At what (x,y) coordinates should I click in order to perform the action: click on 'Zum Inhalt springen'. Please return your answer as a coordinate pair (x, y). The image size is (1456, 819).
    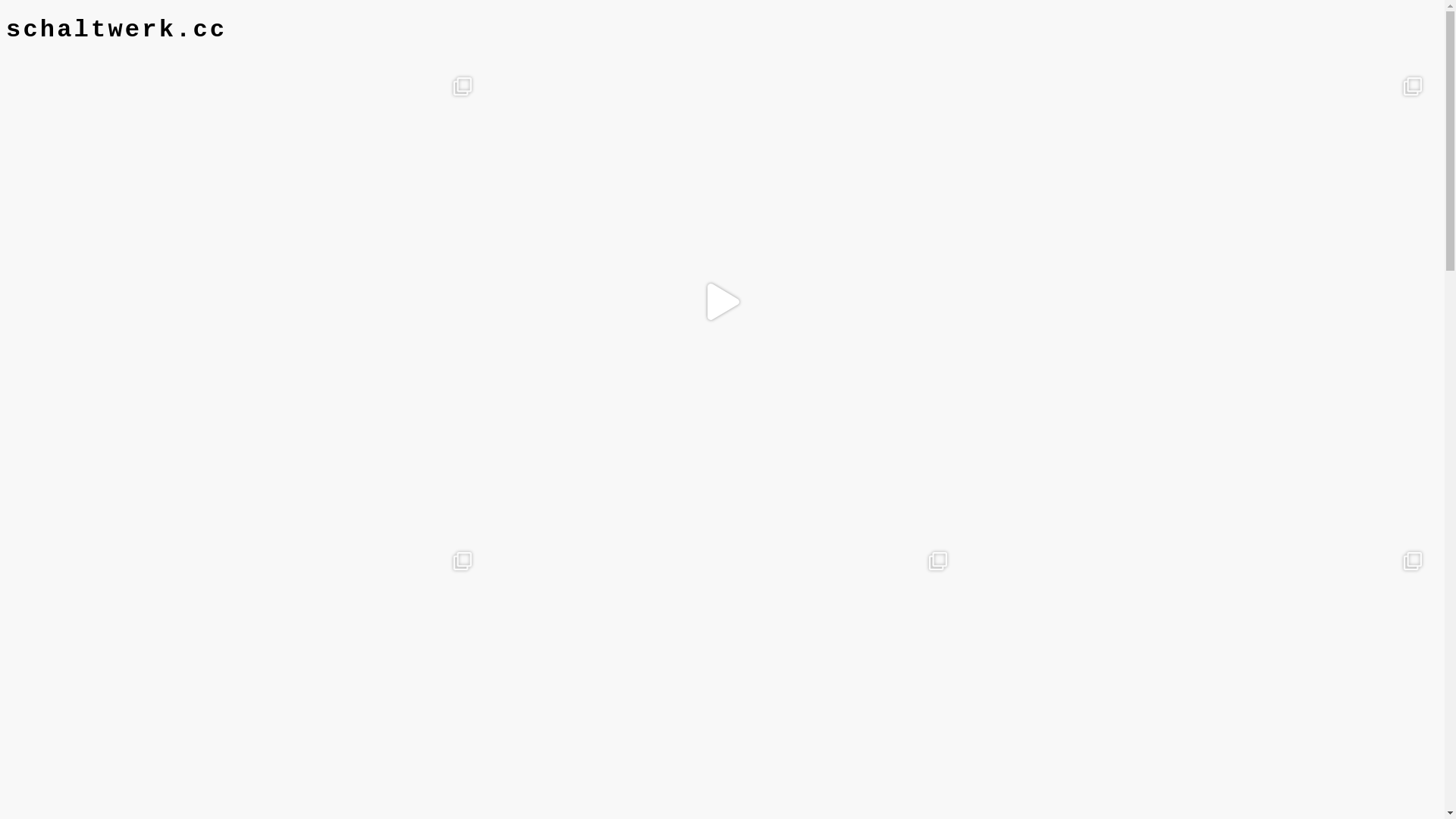
    Looking at the image, I should click on (5, 15).